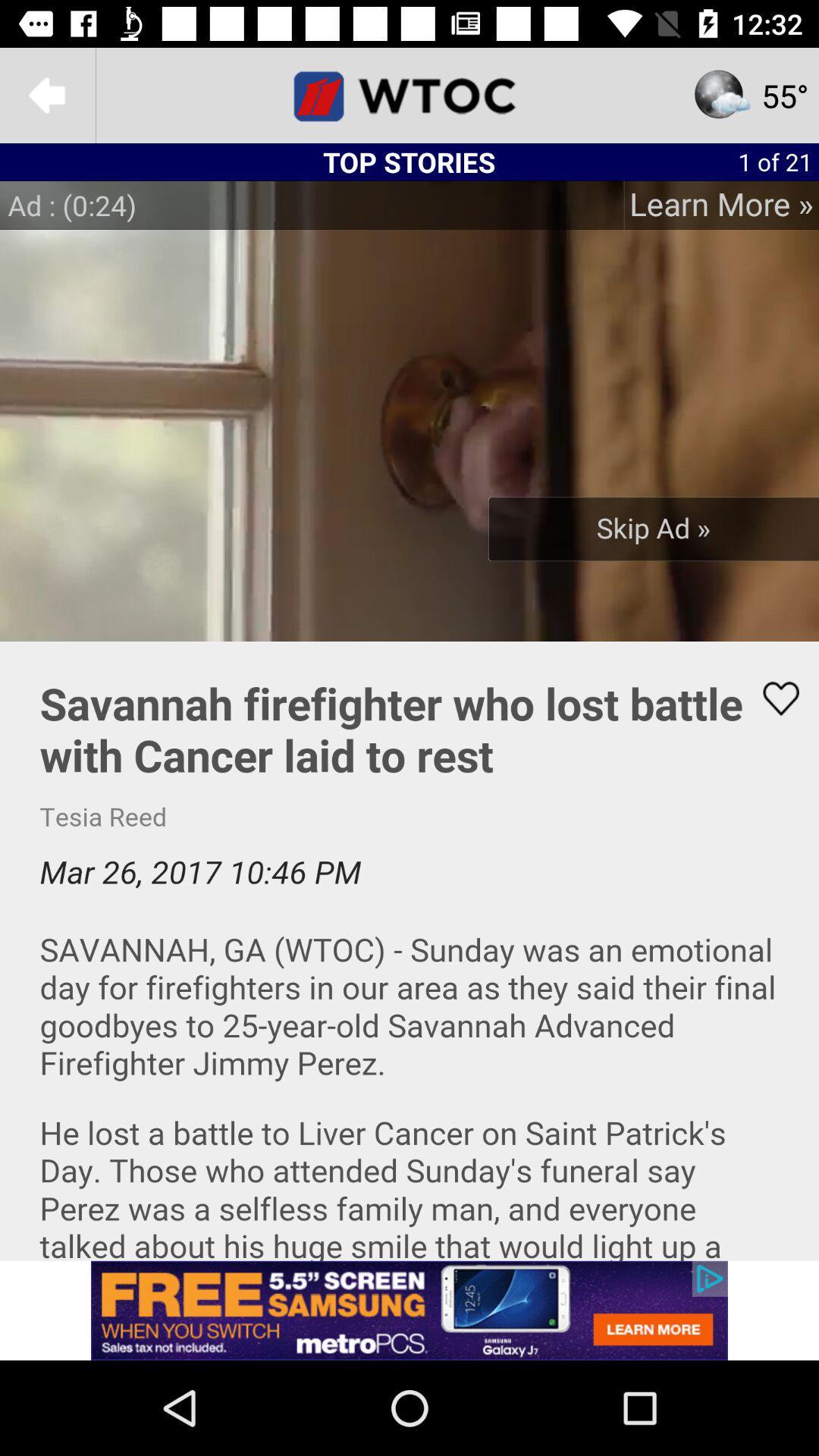 The height and width of the screenshot is (1456, 819). What do you see at coordinates (409, 94) in the screenshot?
I see `television station licensed` at bounding box center [409, 94].